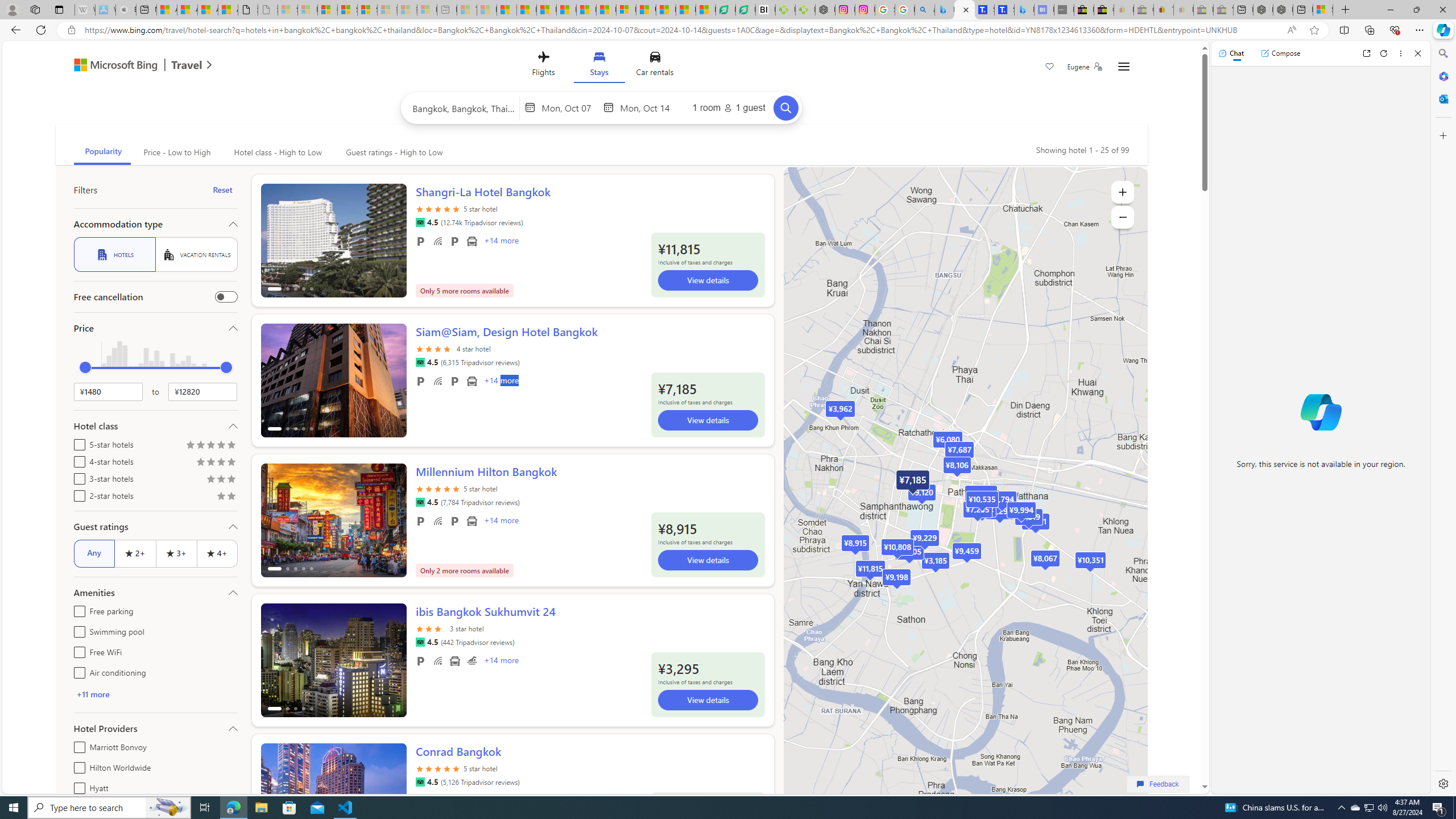 The height and width of the screenshot is (819, 1456). Describe the element at coordinates (110, 65) in the screenshot. I see `'Microsoft Bing'` at that location.